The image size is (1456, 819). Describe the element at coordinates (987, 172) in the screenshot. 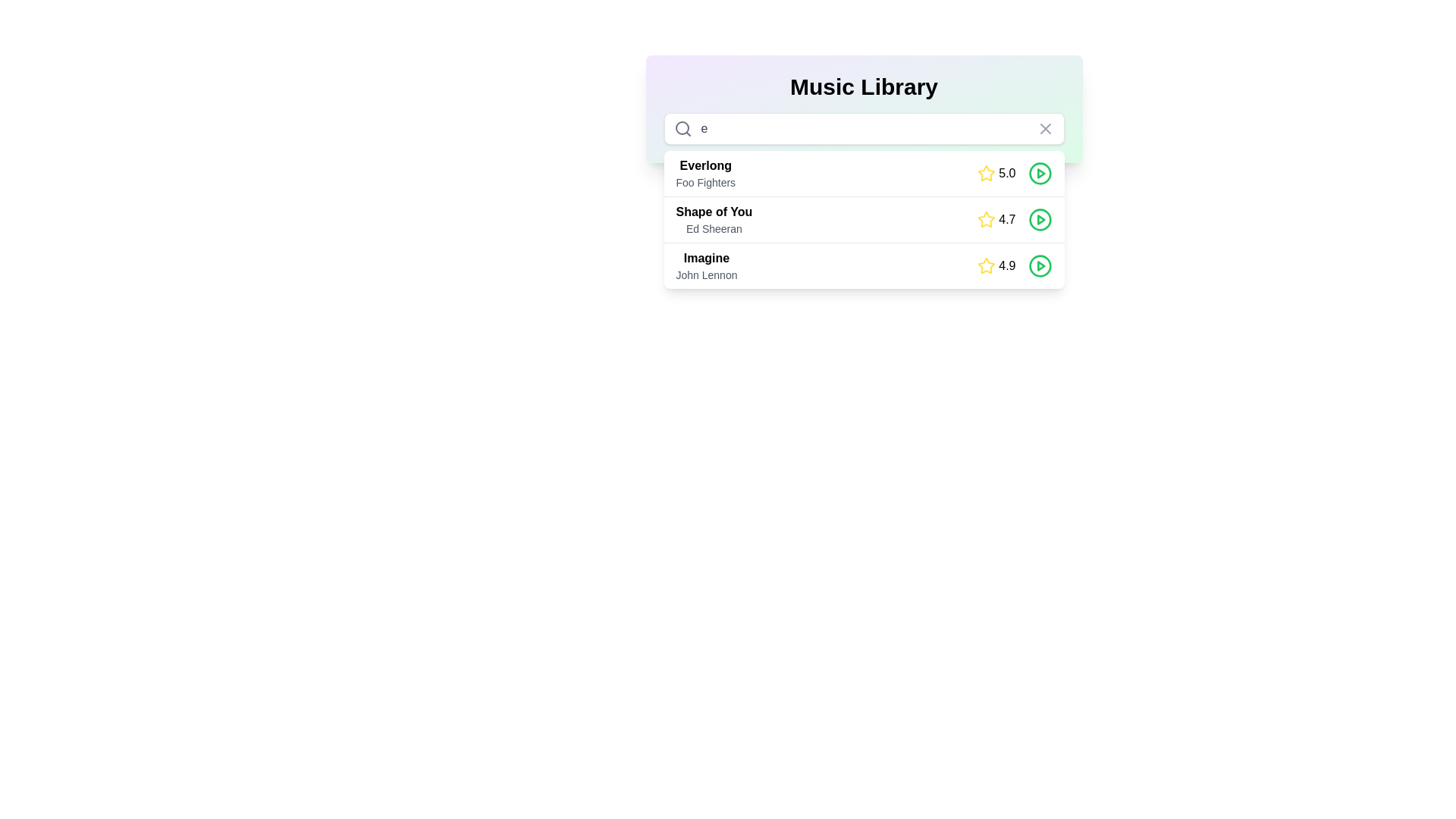

I see `the star-shaped icon with a yellow outline, which indicates a rating and is located next to the numerical rating '5.0' for the 'Everlong' song entry` at that location.